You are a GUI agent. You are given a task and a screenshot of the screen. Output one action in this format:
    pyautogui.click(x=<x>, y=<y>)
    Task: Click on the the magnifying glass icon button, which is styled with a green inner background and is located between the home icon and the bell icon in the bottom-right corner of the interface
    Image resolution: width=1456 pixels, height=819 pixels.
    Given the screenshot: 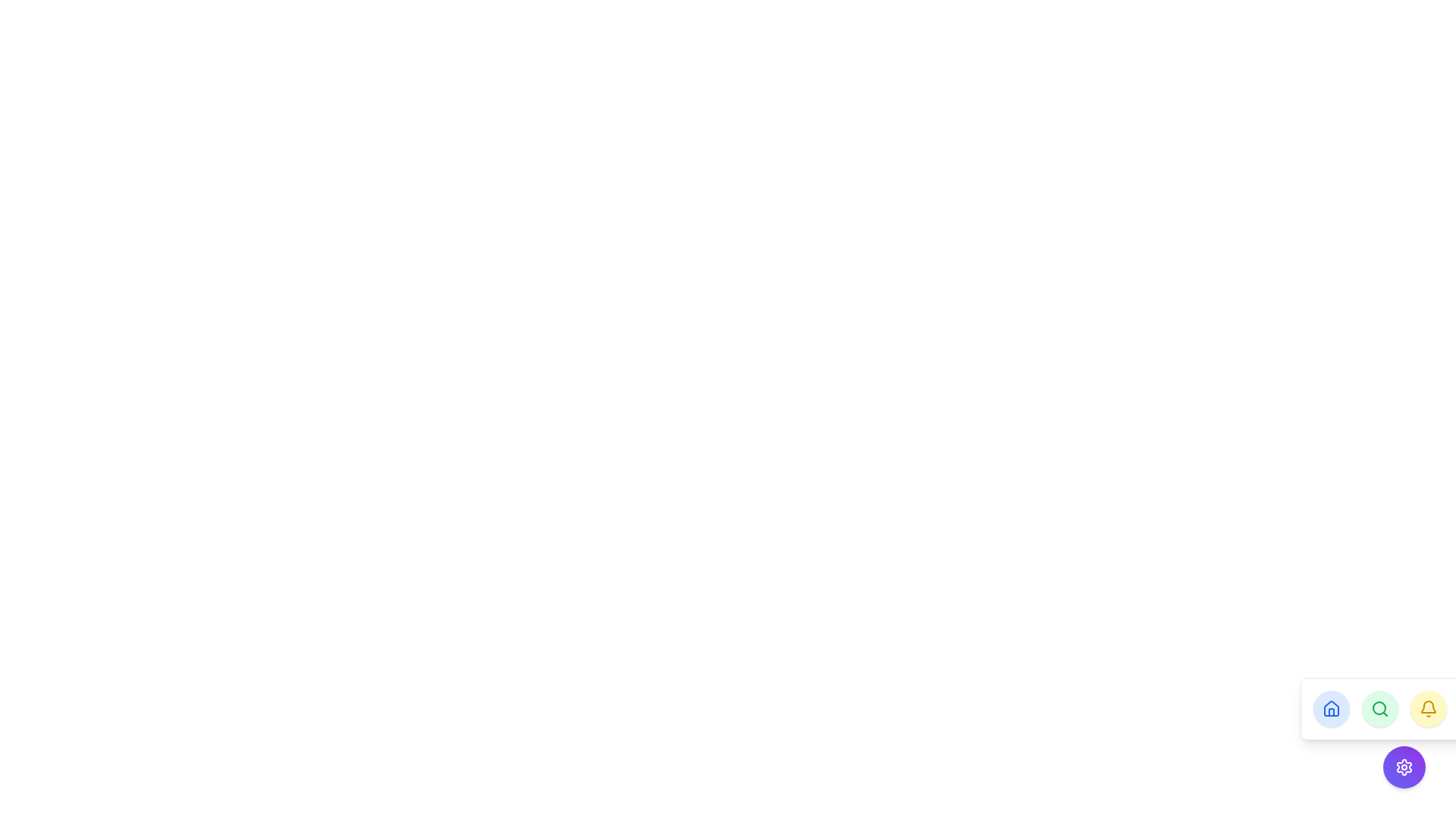 What is the action you would take?
    pyautogui.click(x=1379, y=708)
    